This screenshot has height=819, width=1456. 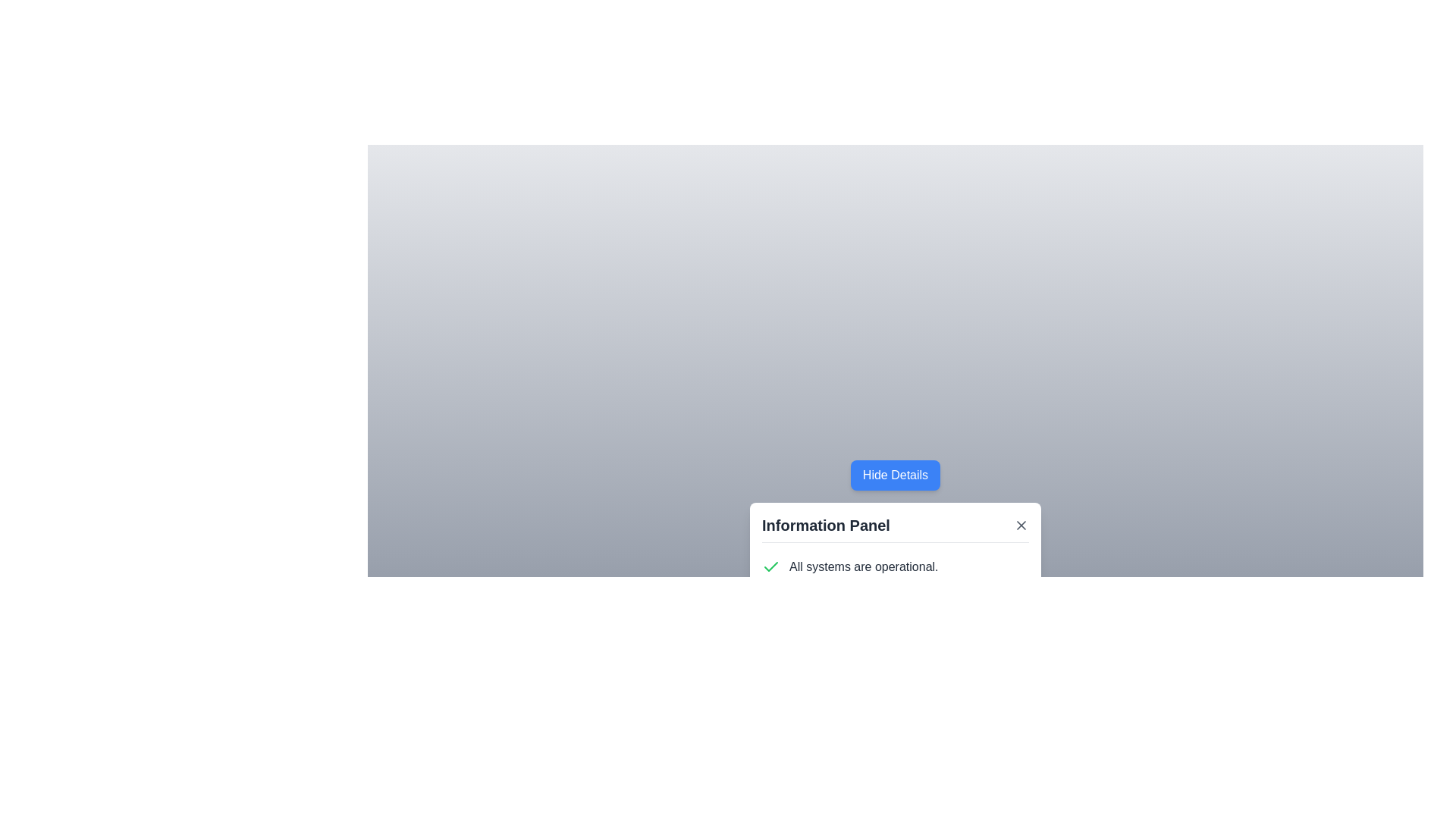 What do you see at coordinates (771, 566) in the screenshot?
I see `the Checkmark icon located to the far left of the text 'All systems are operational.'` at bounding box center [771, 566].